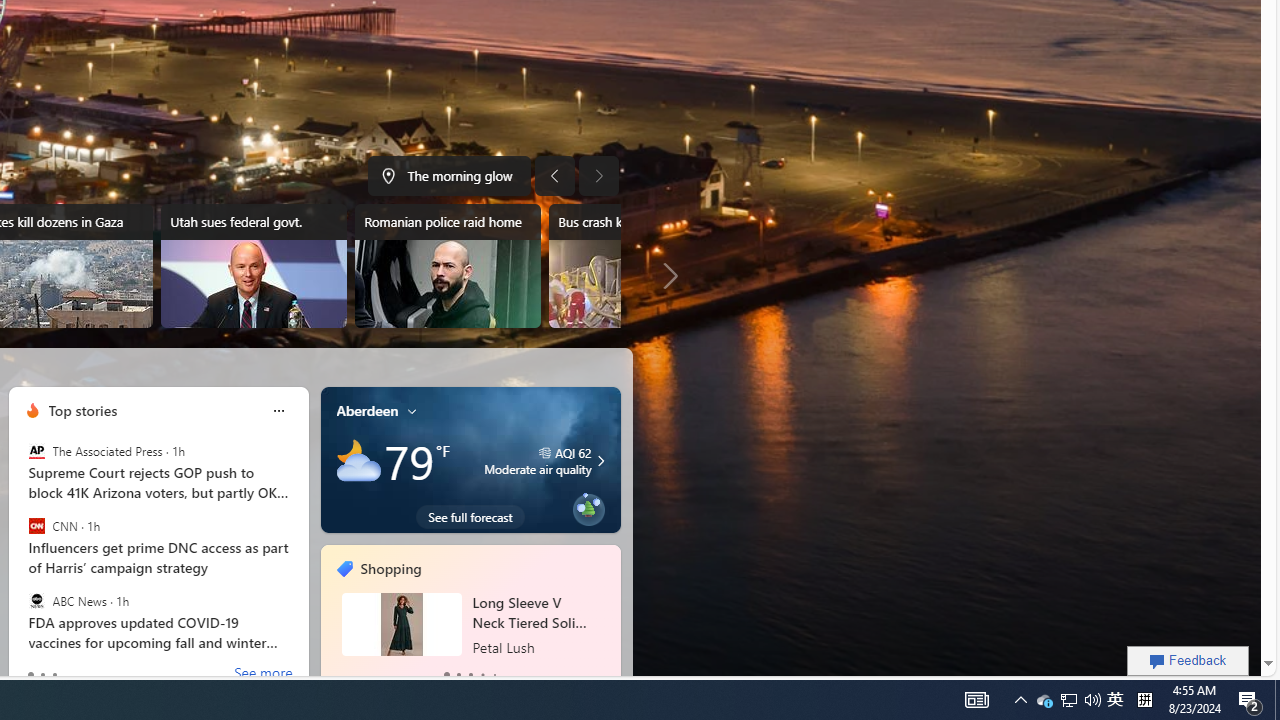 The height and width of the screenshot is (720, 1280). What do you see at coordinates (448, 175) in the screenshot?
I see `'The morning glow'` at bounding box center [448, 175].